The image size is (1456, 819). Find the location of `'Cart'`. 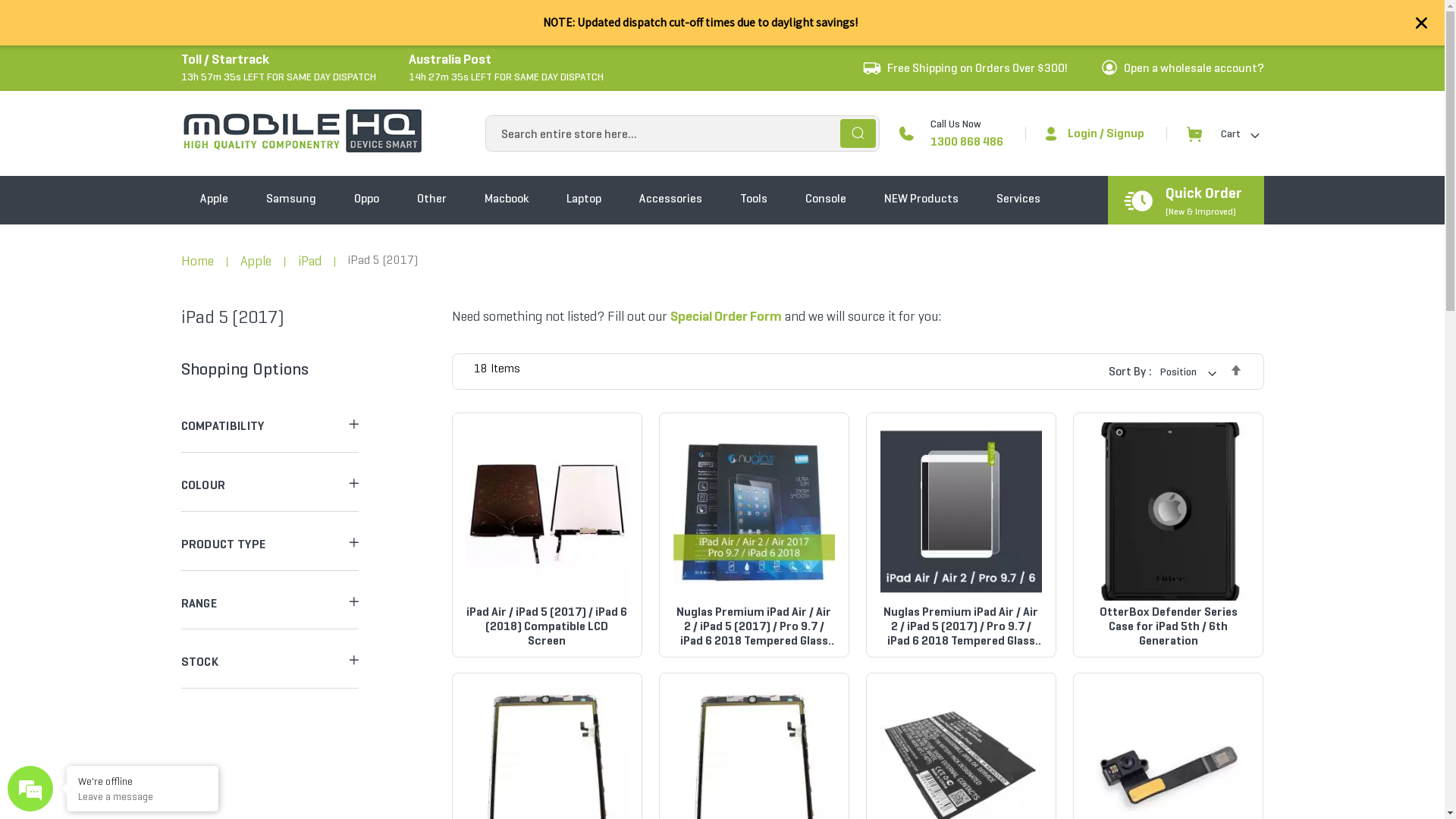

'Cart' is located at coordinates (1185, 87).